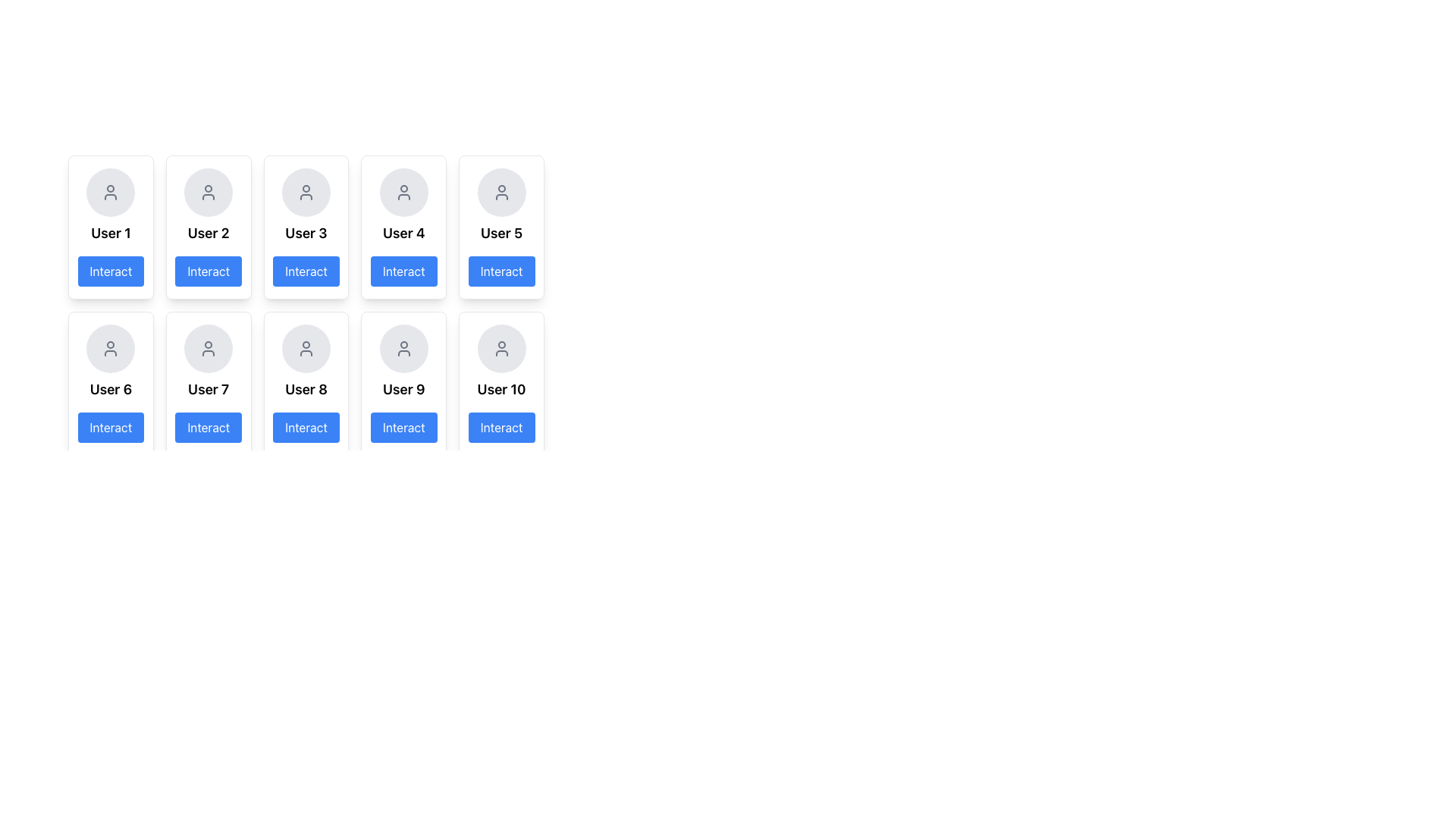 This screenshot has width=1456, height=819. What do you see at coordinates (403, 227) in the screenshot?
I see `the User Profile Card located in the top row and fourth column of the grid layout` at bounding box center [403, 227].